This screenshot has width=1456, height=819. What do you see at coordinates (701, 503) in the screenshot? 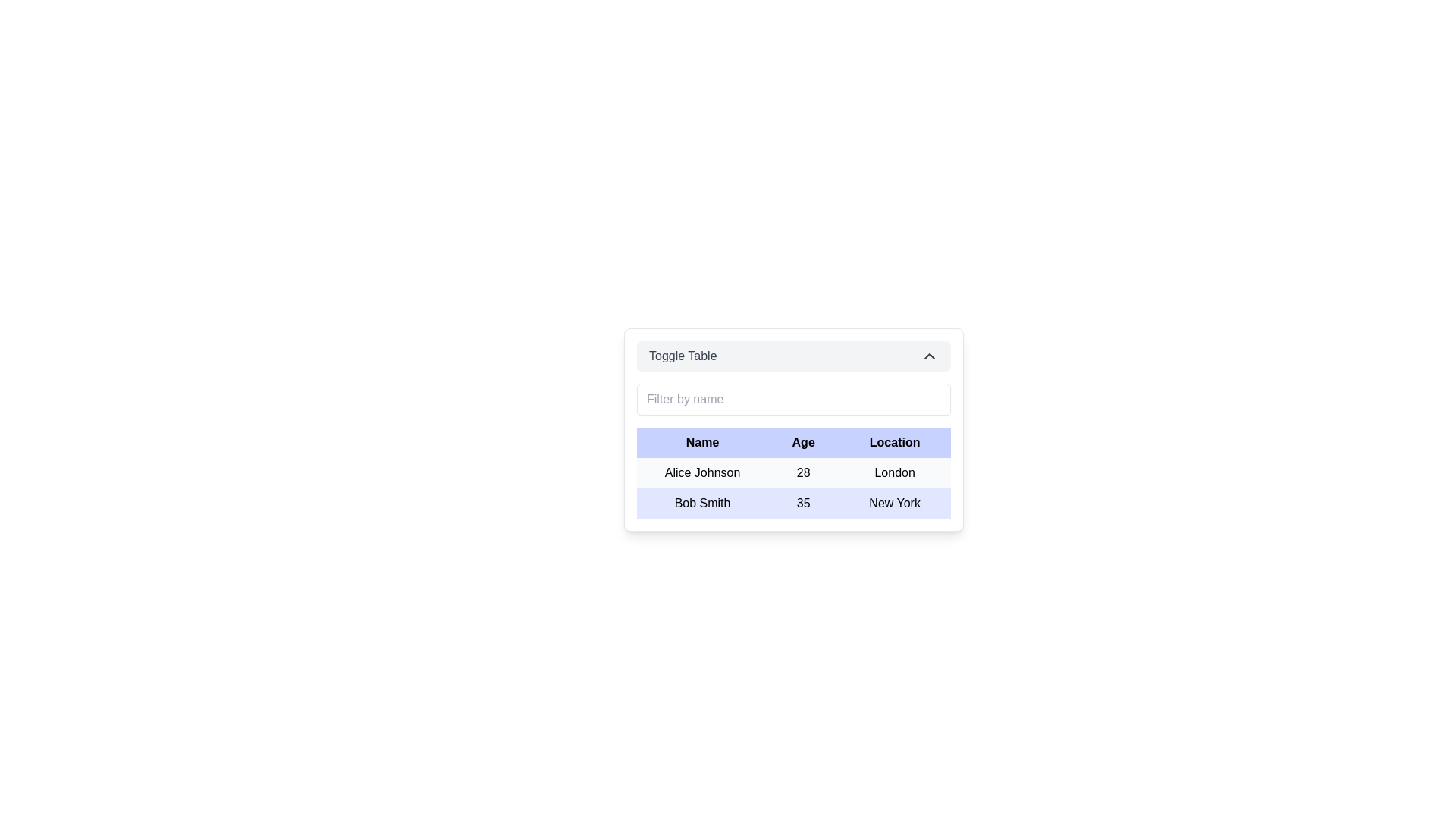
I see `the text label 'Bob Smith'` at bounding box center [701, 503].